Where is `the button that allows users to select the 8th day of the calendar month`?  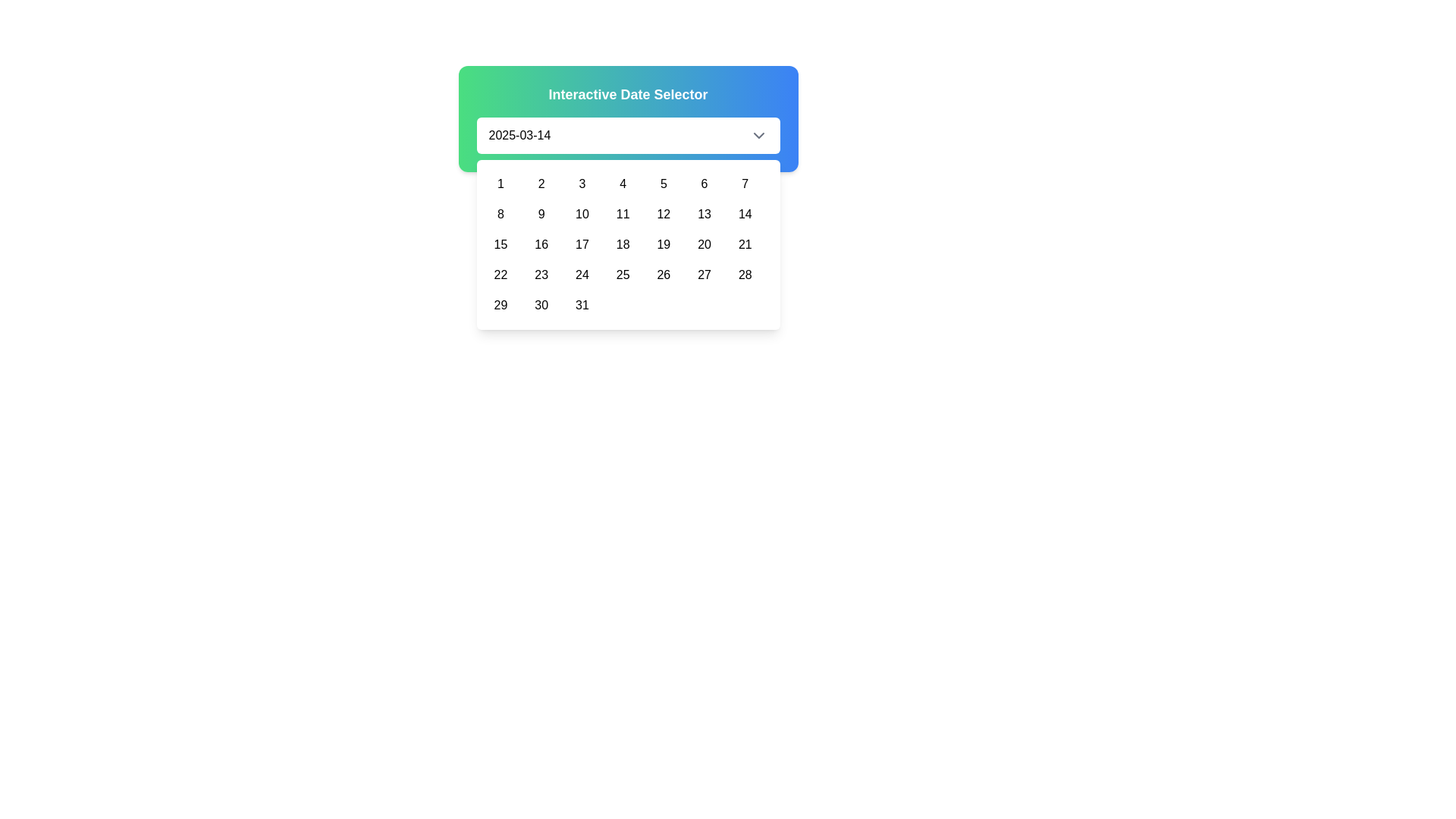 the button that allows users to select the 8th day of the calendar month is located at coordinates (500, 214).